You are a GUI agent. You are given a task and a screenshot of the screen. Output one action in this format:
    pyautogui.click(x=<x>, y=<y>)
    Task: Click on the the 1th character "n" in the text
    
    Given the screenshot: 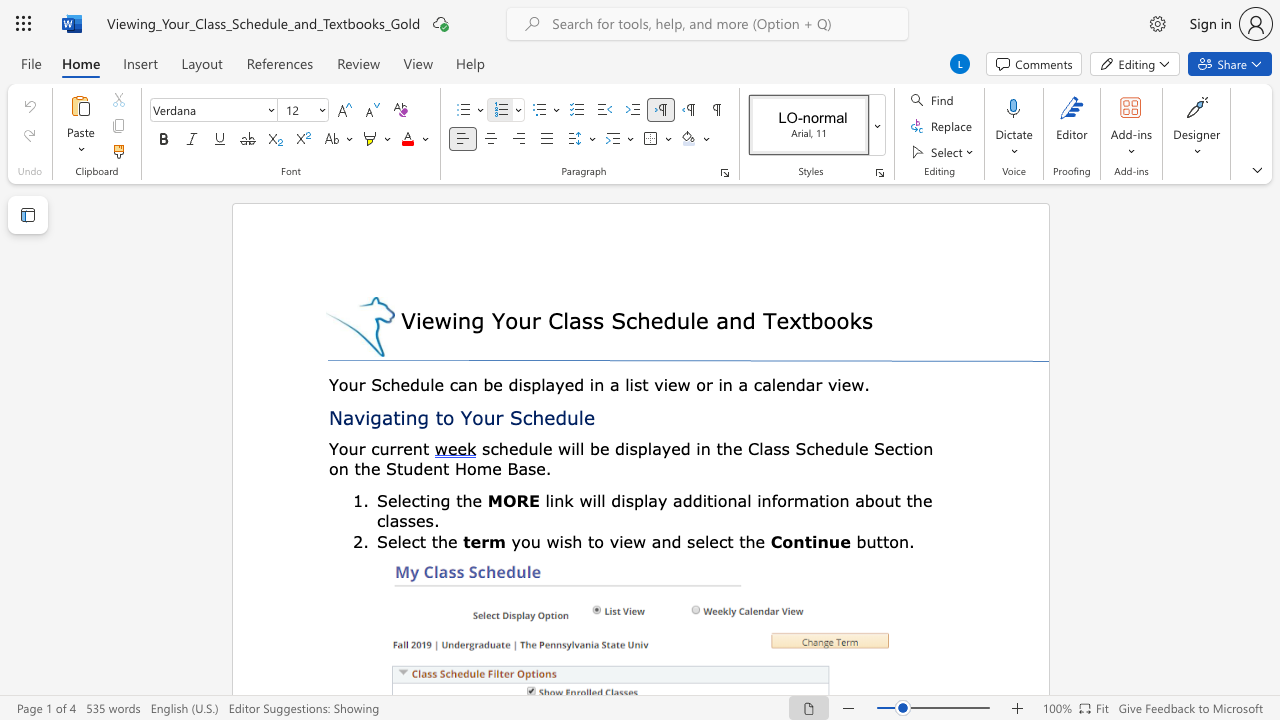 What is the action you would take?
    pyautogui.click(x=410, y=416)
    